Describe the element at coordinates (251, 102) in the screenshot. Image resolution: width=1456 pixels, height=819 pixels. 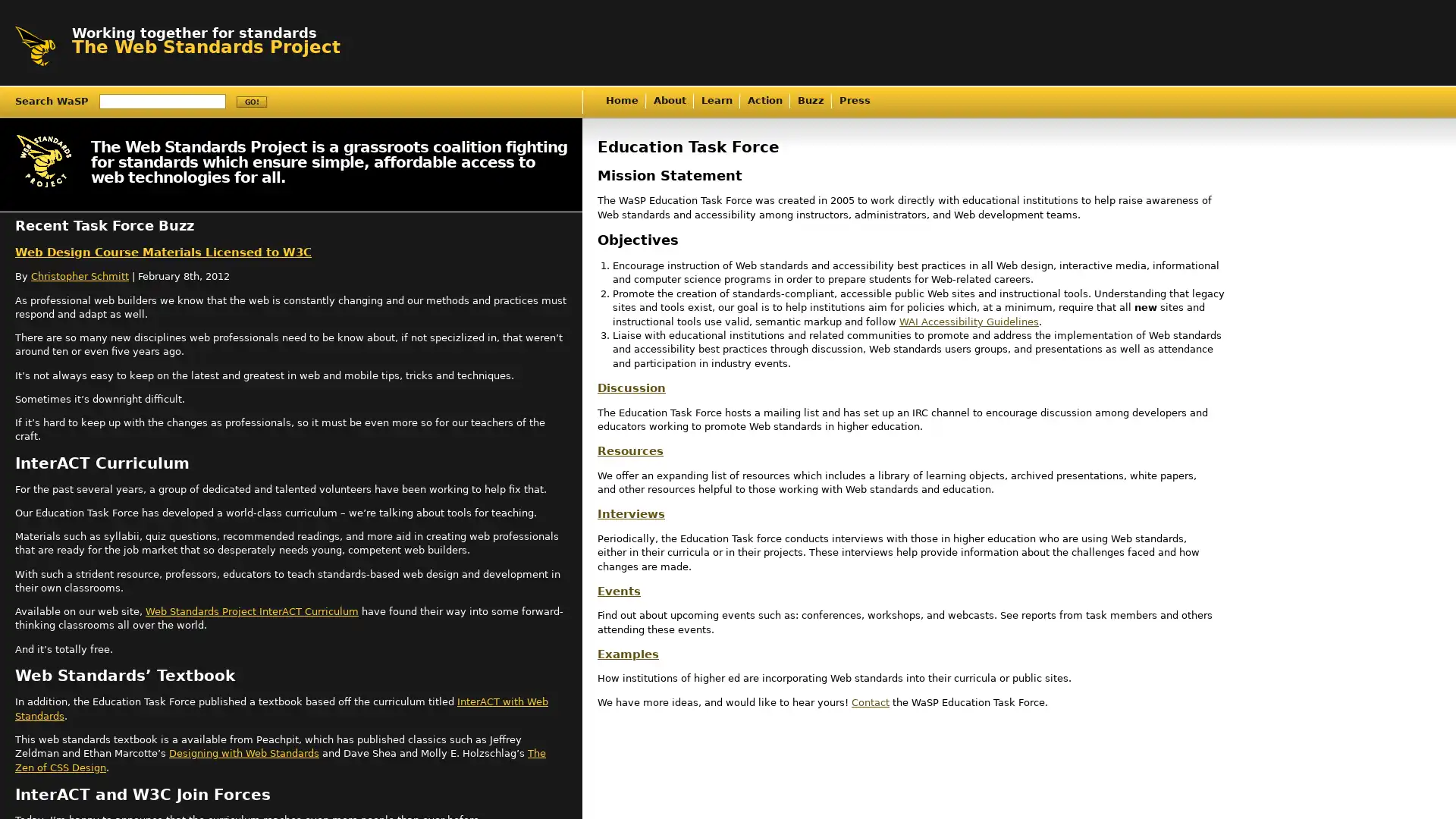
I see `Go!` at that location.